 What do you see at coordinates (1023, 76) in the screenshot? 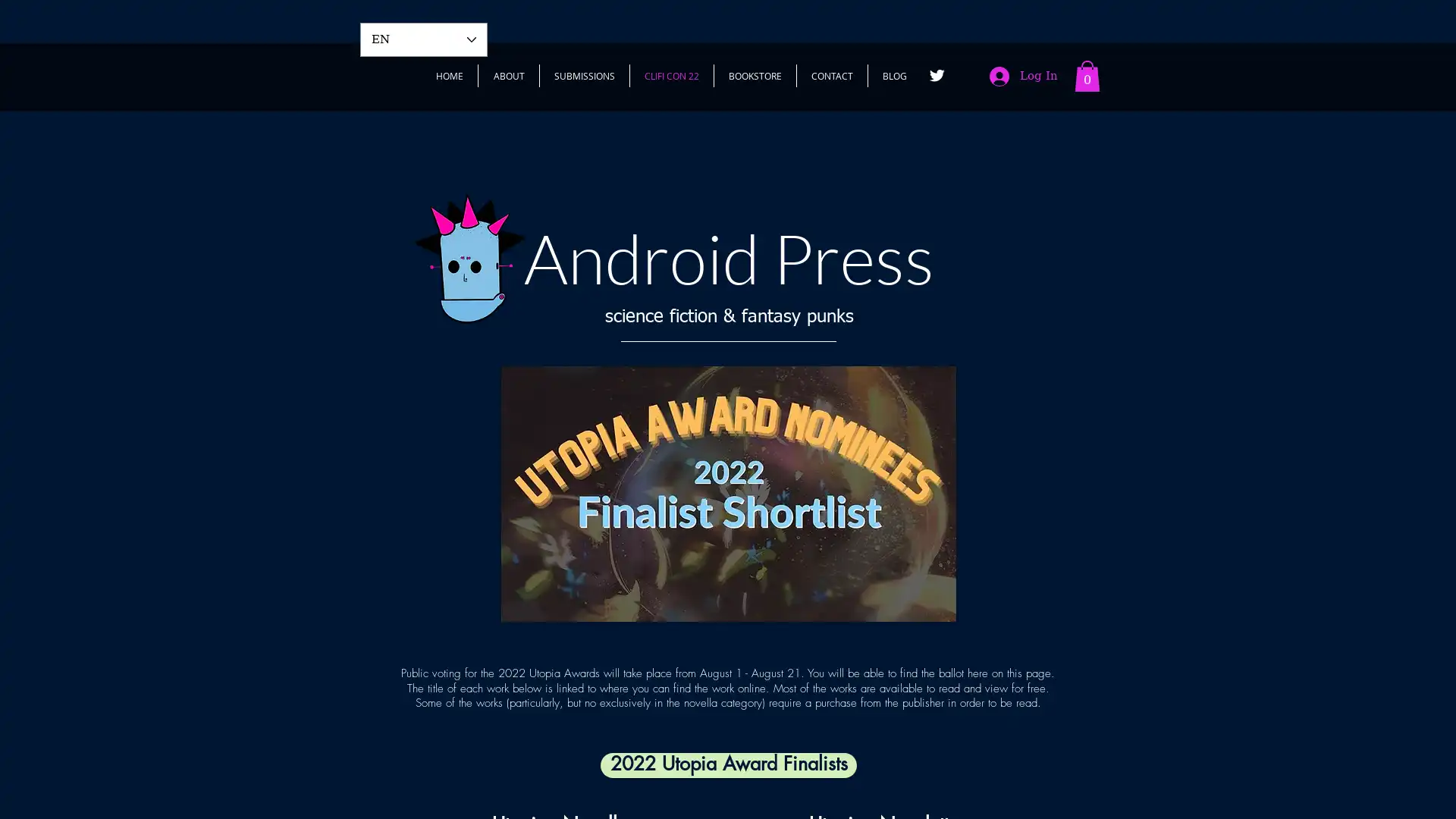
I see `Log In` at bounding box center [1023, 76].